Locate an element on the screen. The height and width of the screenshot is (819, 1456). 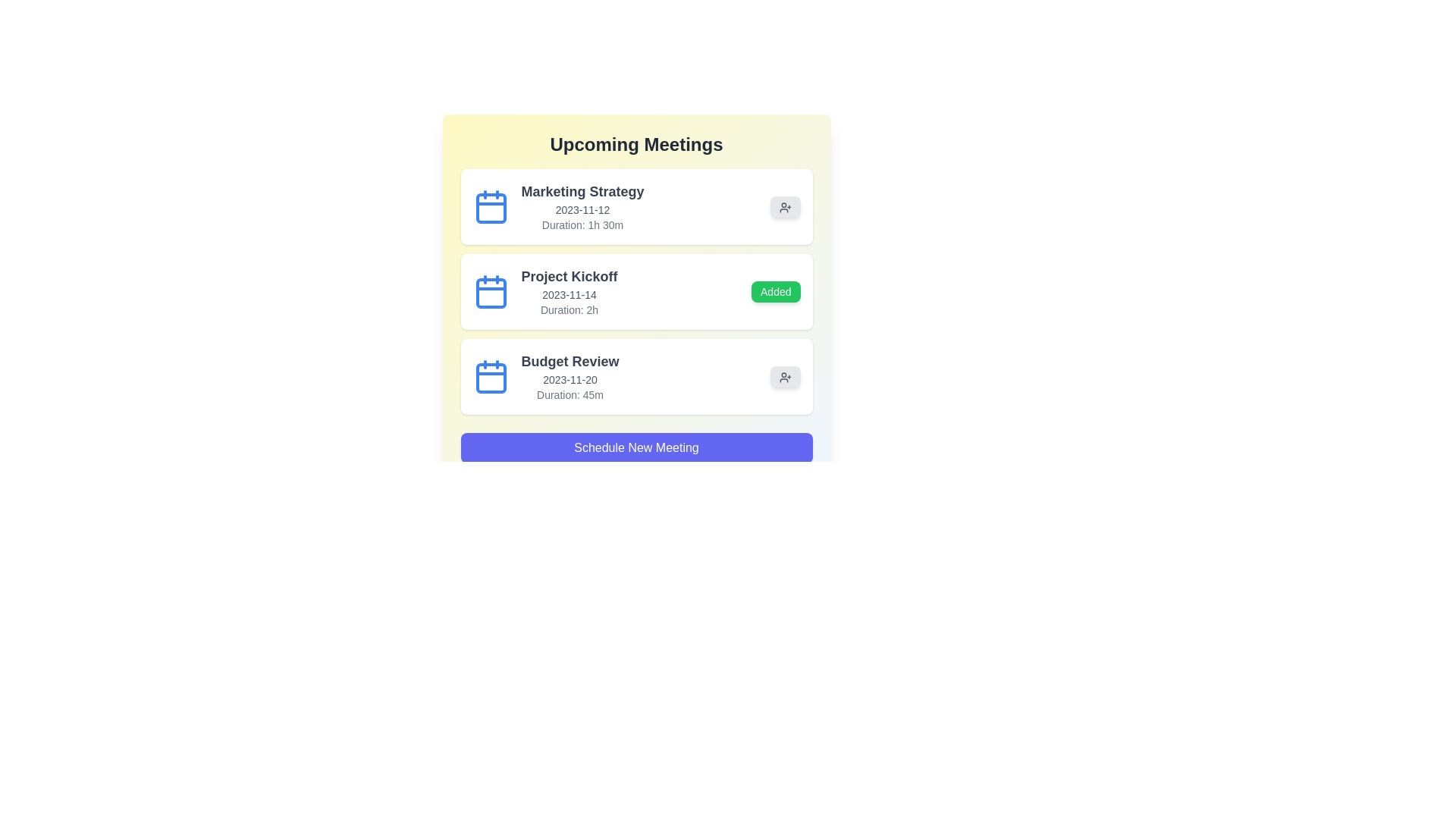
the meeting item corresponding to Marketing Strategy is located at coordinates (636, 207).